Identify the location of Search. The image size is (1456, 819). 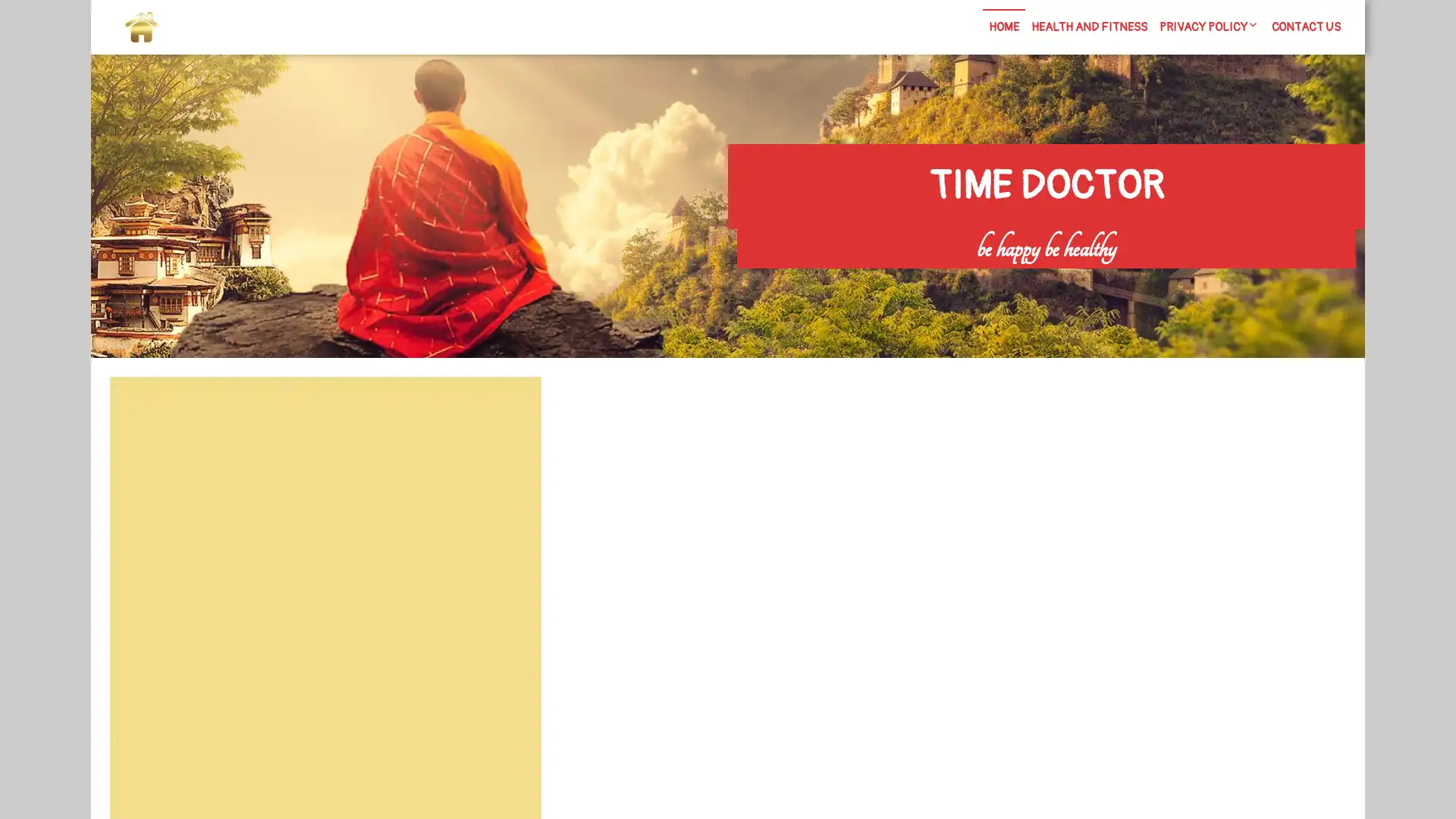
(506, 413).